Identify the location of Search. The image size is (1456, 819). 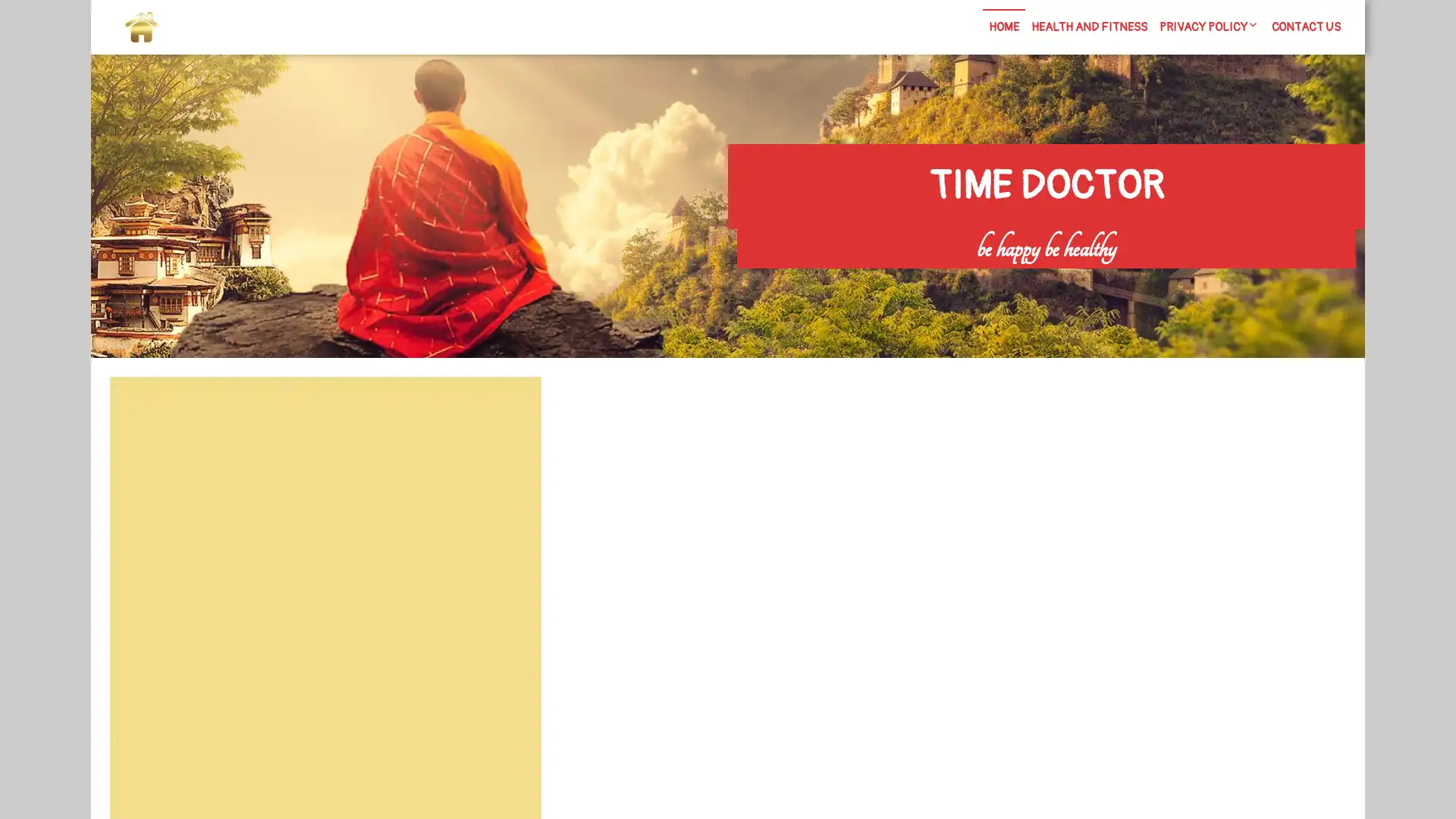
(506, 413).